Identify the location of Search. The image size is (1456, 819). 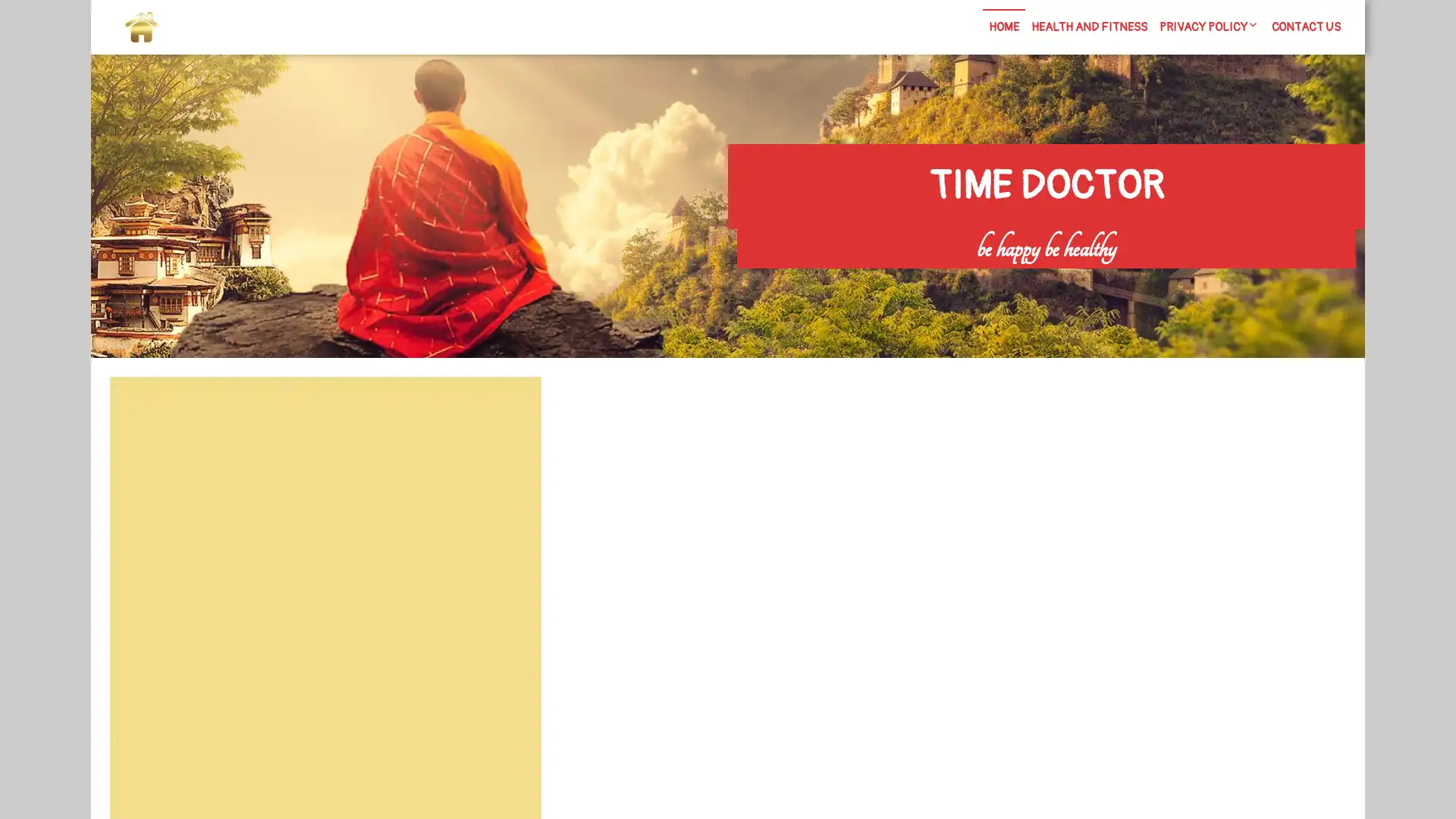
(506, 413).